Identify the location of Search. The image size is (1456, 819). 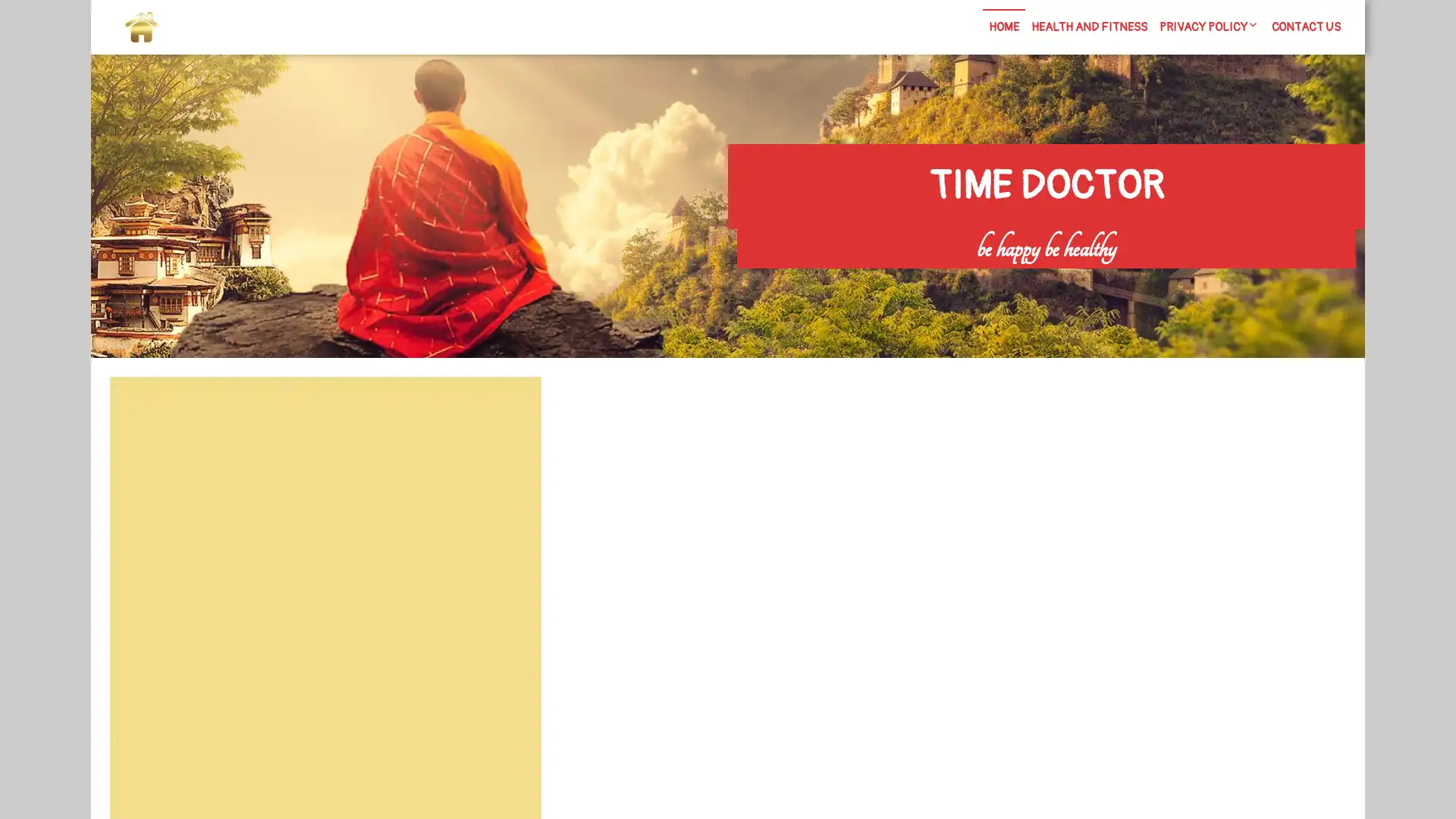
(506, 413).